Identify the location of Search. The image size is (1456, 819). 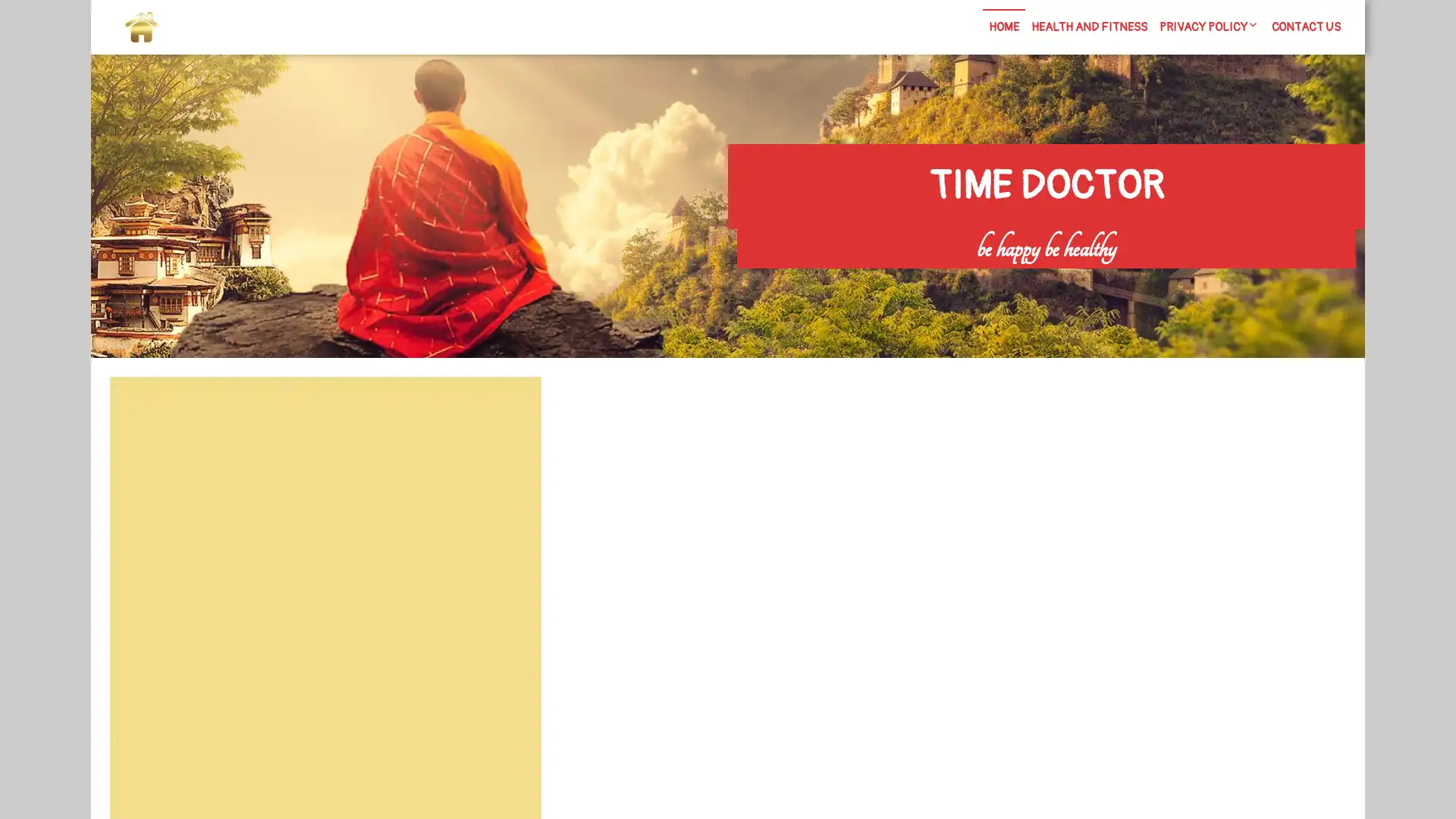
(506, 413).